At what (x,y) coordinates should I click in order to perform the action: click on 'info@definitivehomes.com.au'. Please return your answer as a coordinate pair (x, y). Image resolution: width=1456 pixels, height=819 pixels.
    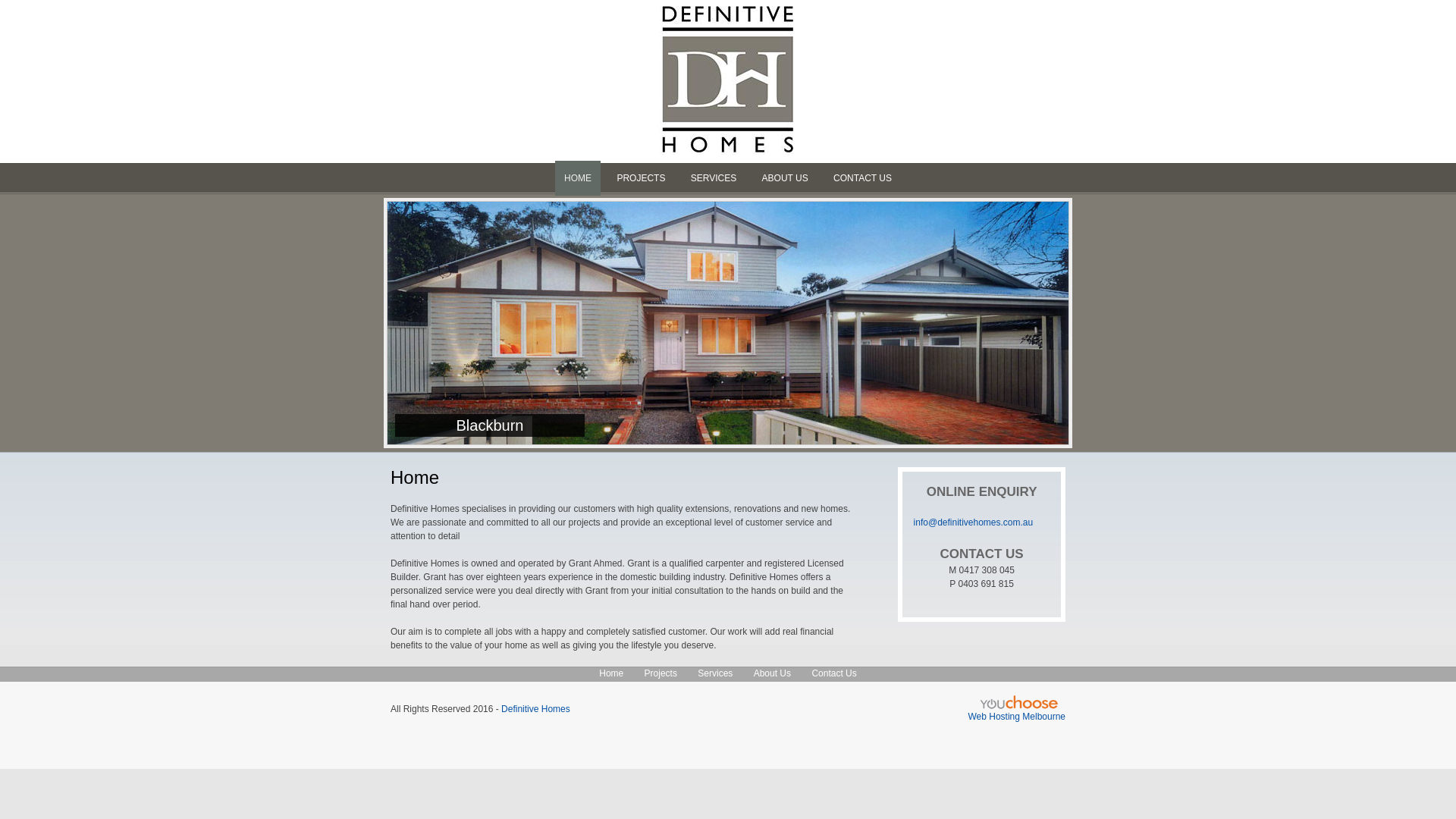
    Looking at the image, I should click on (973, 522).